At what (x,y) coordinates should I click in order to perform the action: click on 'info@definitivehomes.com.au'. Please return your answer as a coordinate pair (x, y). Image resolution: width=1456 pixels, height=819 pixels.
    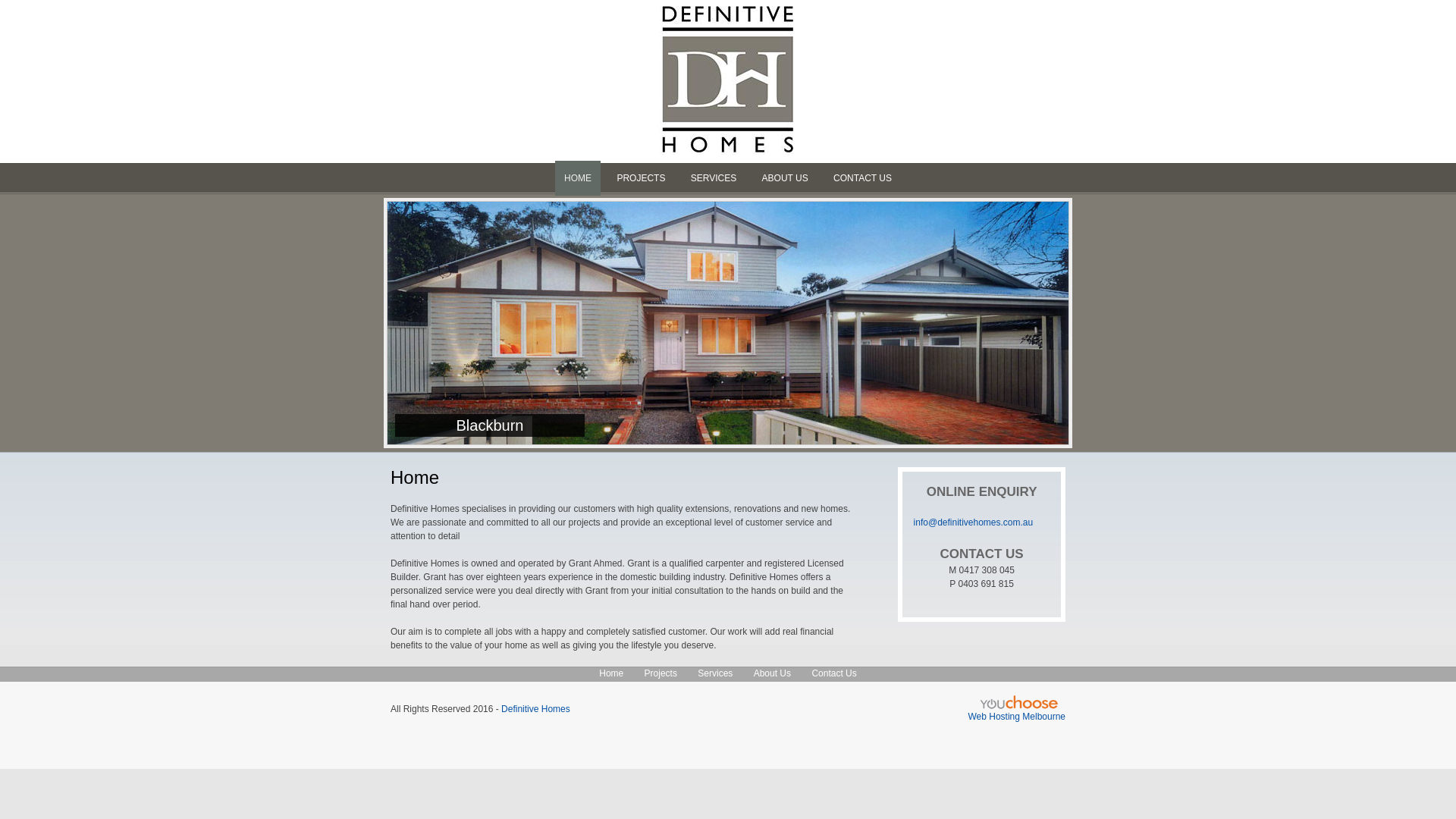
    Looking at the image, I should click on (973, 522).